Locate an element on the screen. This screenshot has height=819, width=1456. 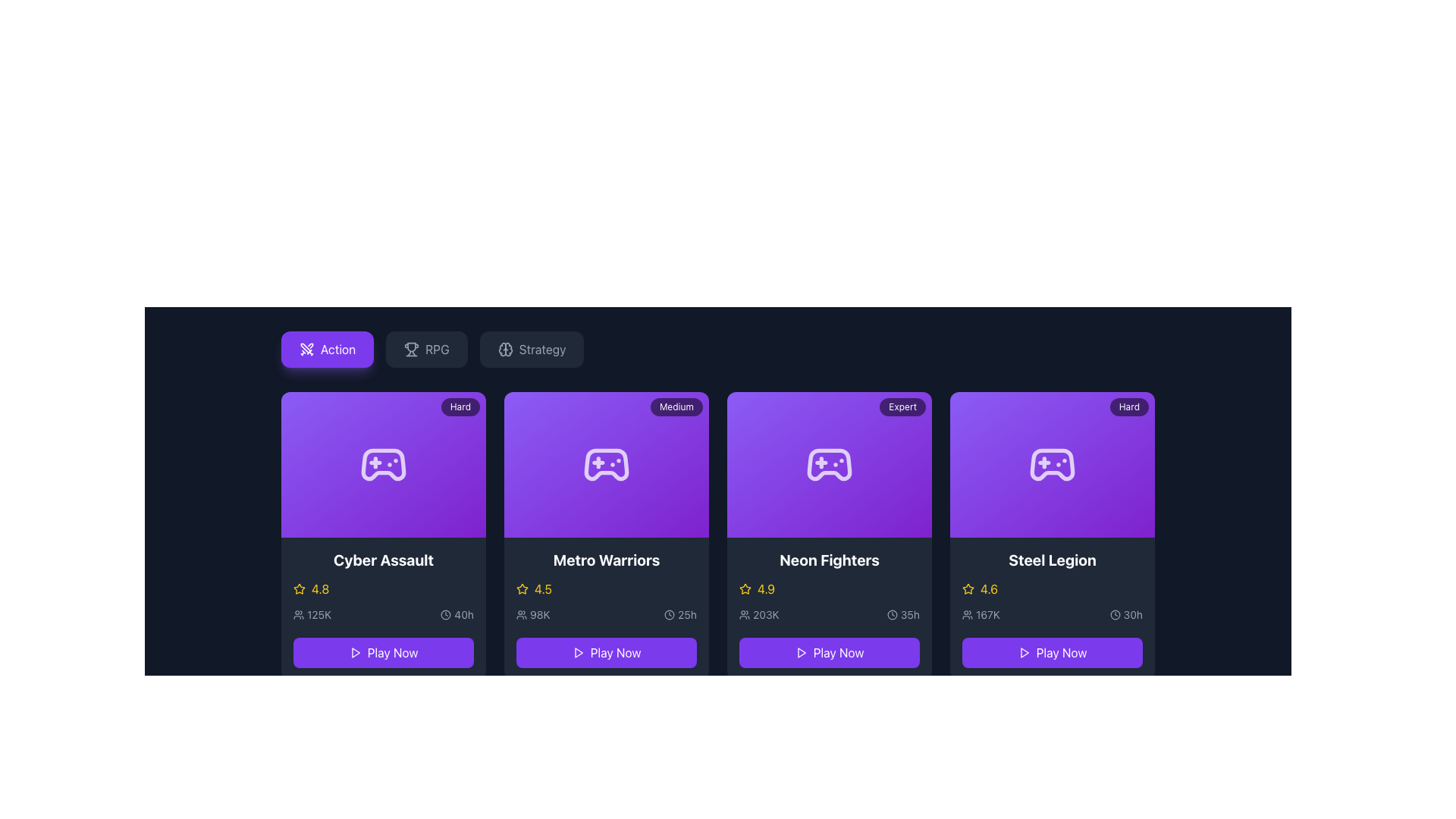
the triangular 'play' icon located within the 'Play Now' button of the 'Steel Legion' card, which is the right-most card in a series of four is located at coordinates (1025, 651).